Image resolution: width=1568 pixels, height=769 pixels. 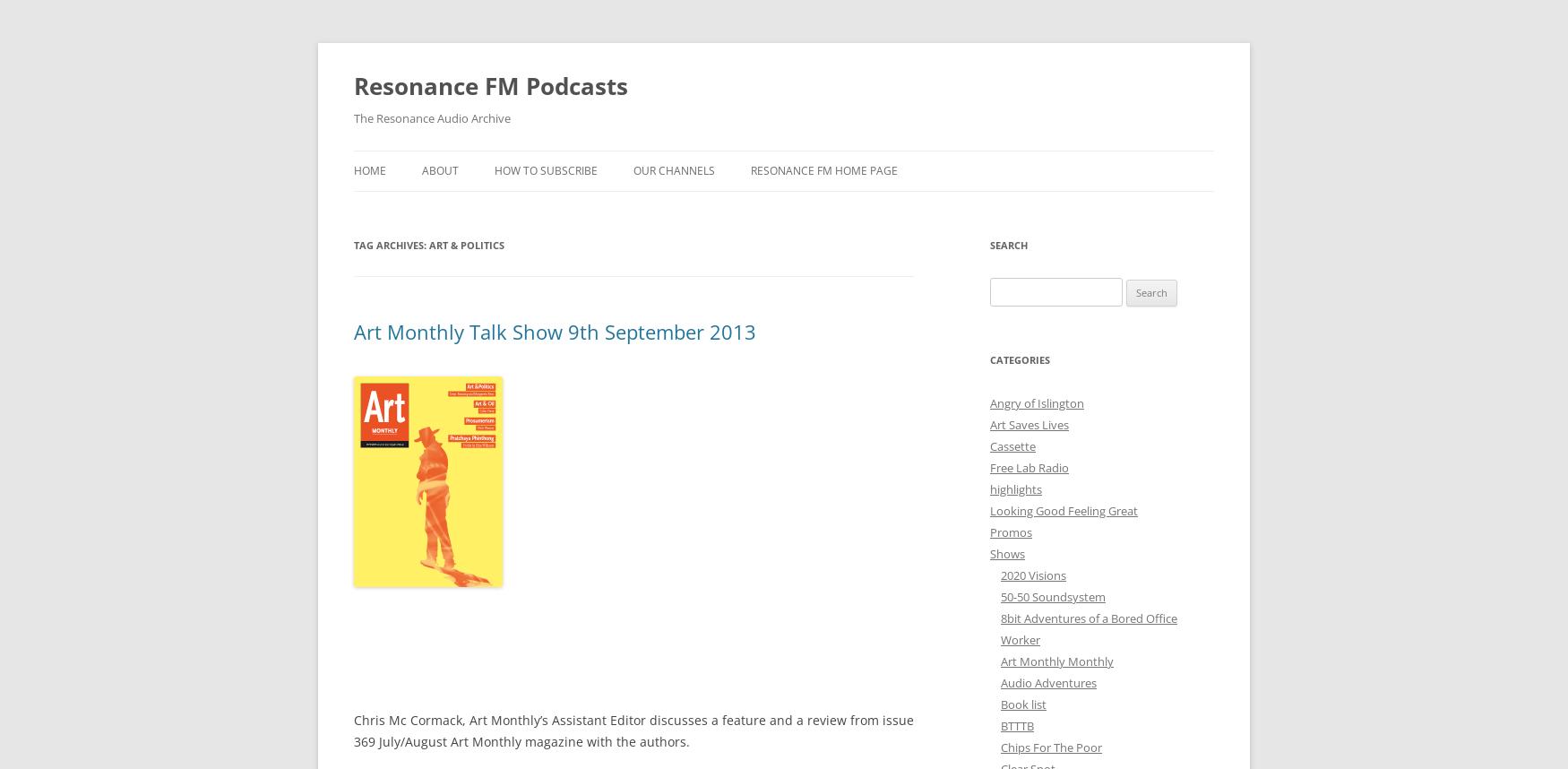 What do you see at coordinates (1029, 423) in the screenshot?
I see `'Art Saves Lives'` at bounding box center [1029, 423].